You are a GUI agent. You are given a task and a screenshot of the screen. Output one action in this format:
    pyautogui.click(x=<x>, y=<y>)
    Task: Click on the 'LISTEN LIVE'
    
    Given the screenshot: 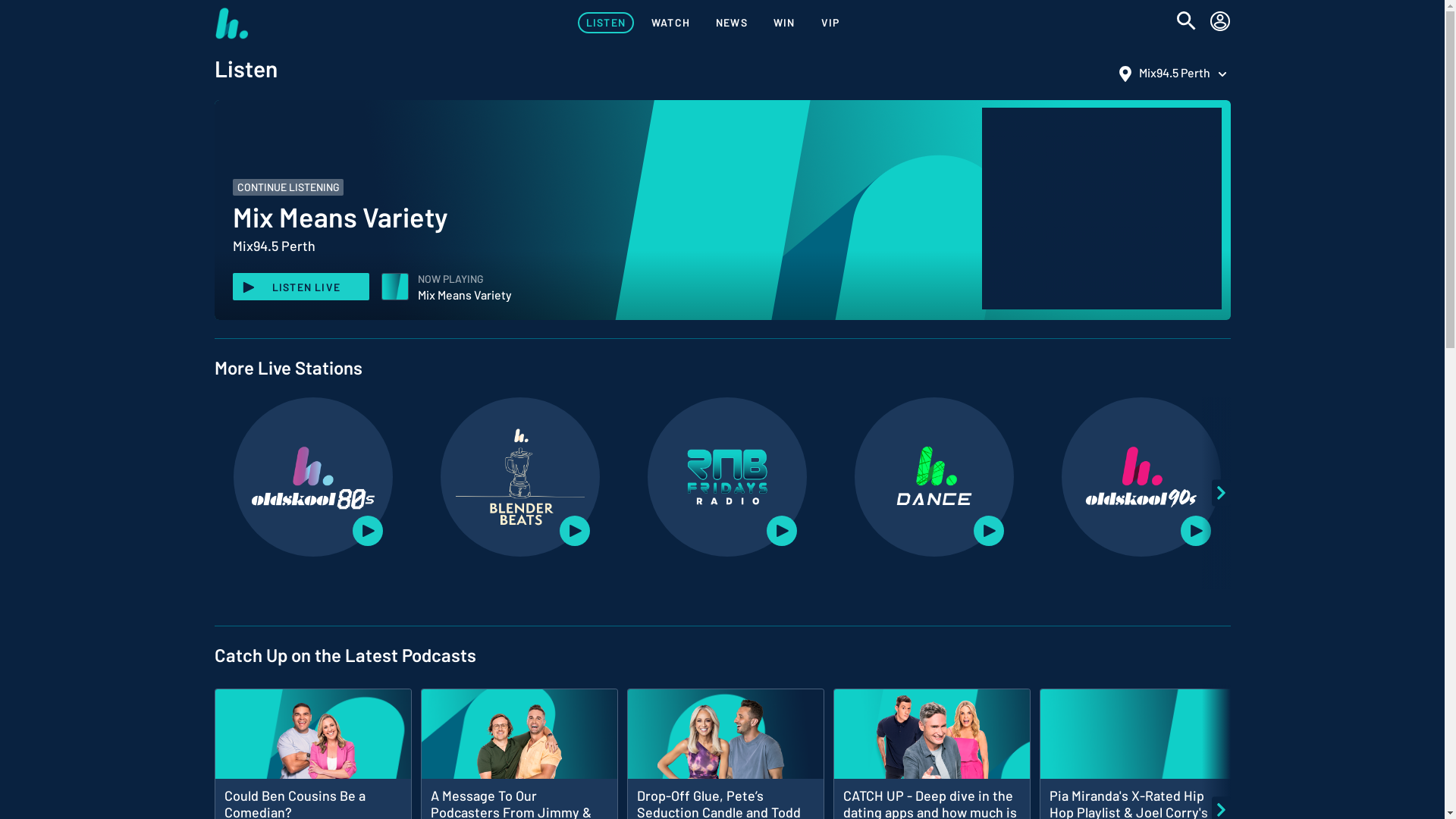 What is the action you would take?
    pyautogui.click(x=231, y=287)
    